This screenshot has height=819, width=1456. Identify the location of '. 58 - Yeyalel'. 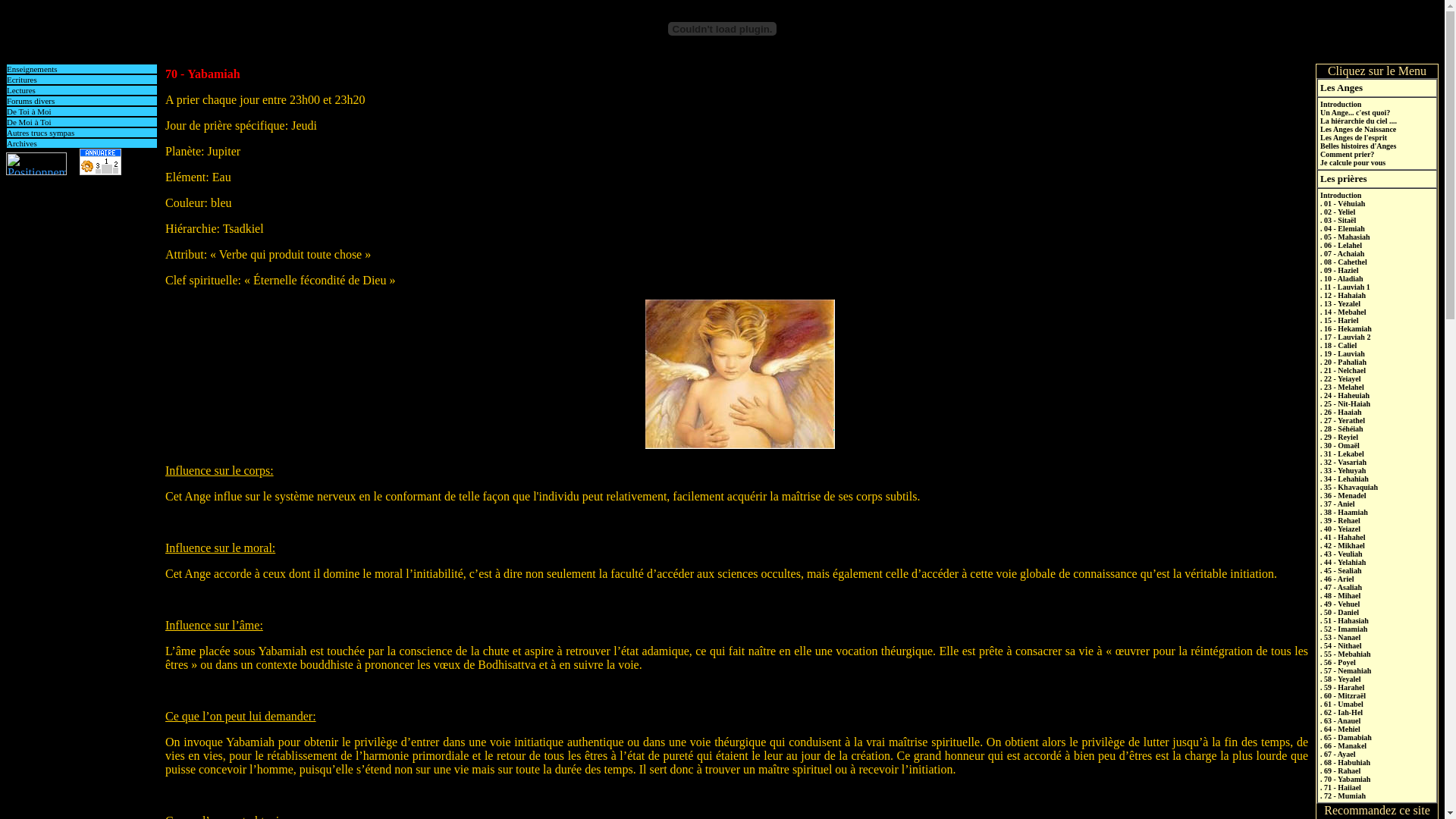
(1340, 678).